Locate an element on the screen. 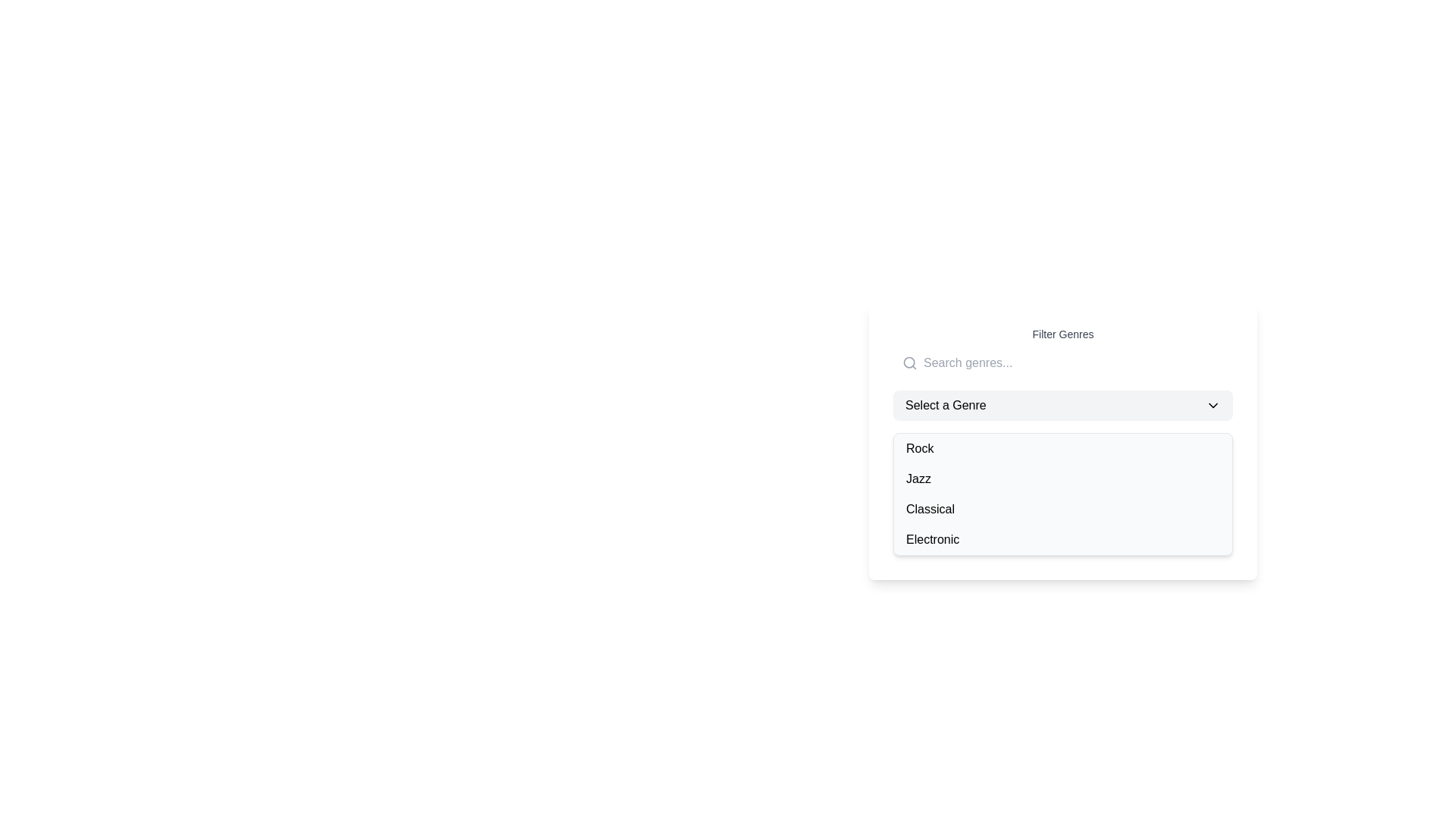 This screenshot has width=1456, height=819. the dropdown menu labeled 'Select a Genre' is located at coordinates (1062, 405).